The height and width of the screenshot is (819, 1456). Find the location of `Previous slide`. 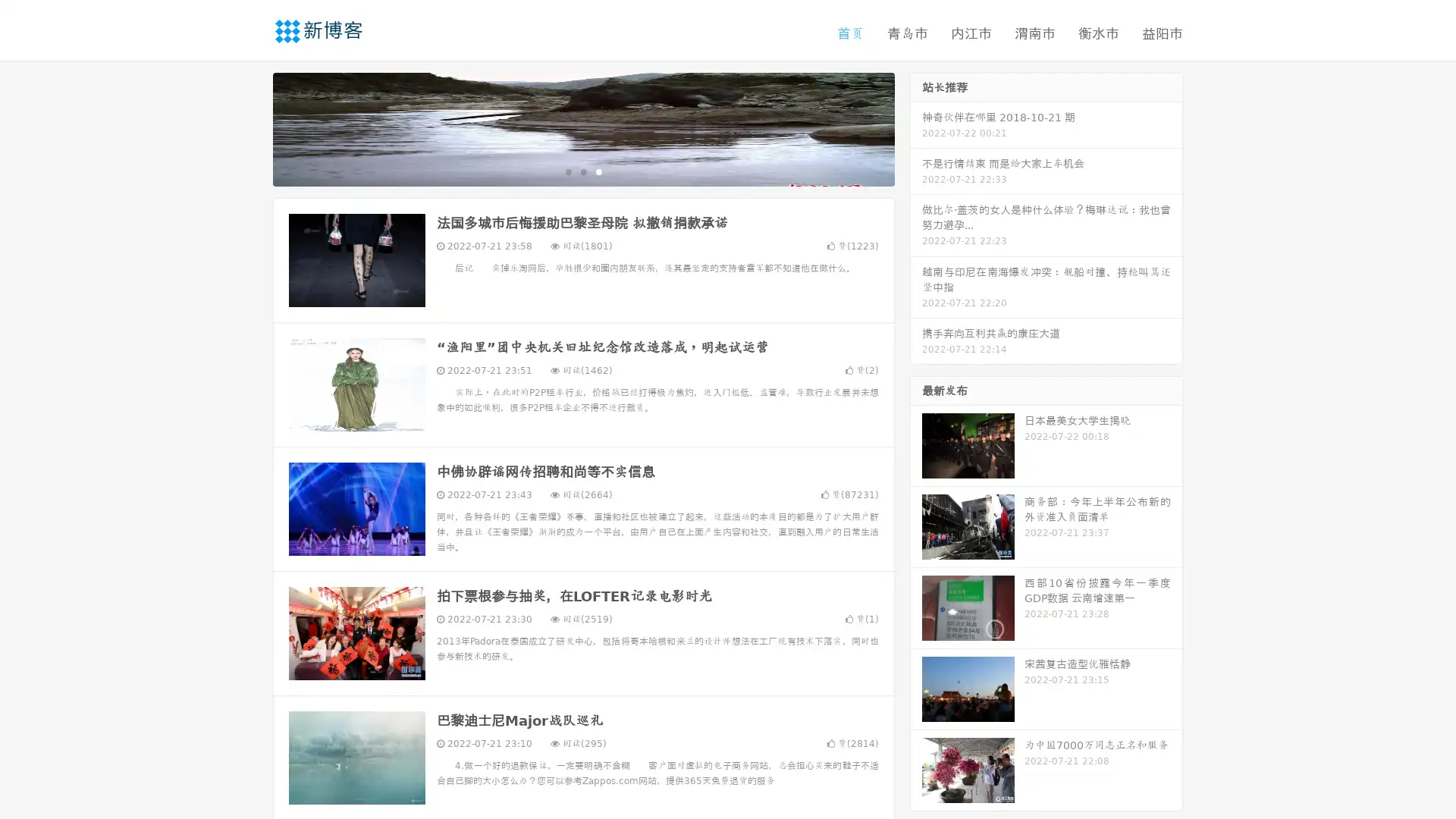

Previous slide is located at coordinates (250, 127).